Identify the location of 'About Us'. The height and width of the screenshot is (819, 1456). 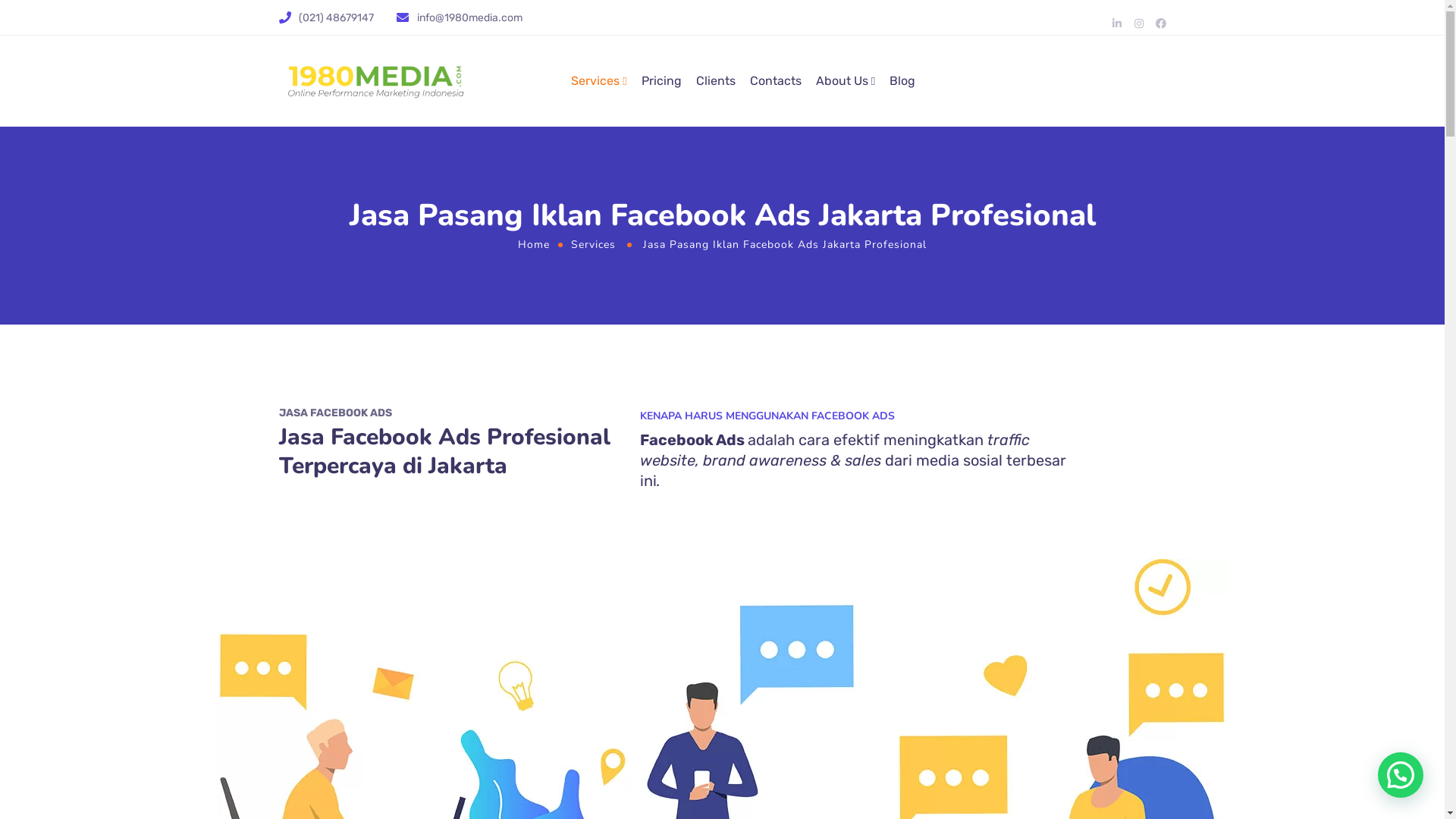
(814, 81).